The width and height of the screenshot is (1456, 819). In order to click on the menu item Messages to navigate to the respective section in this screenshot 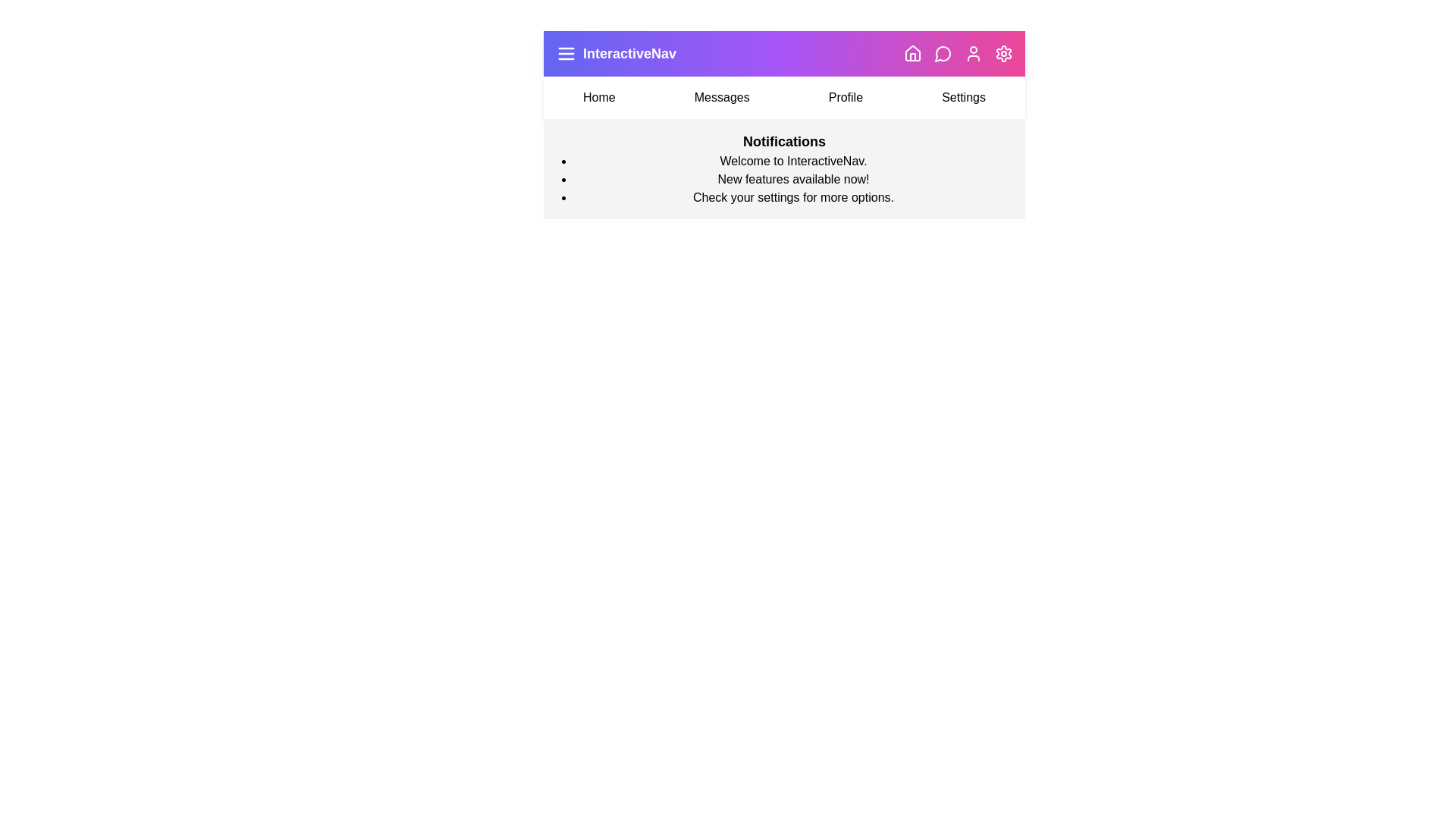, I will do `click(720, 97)`.